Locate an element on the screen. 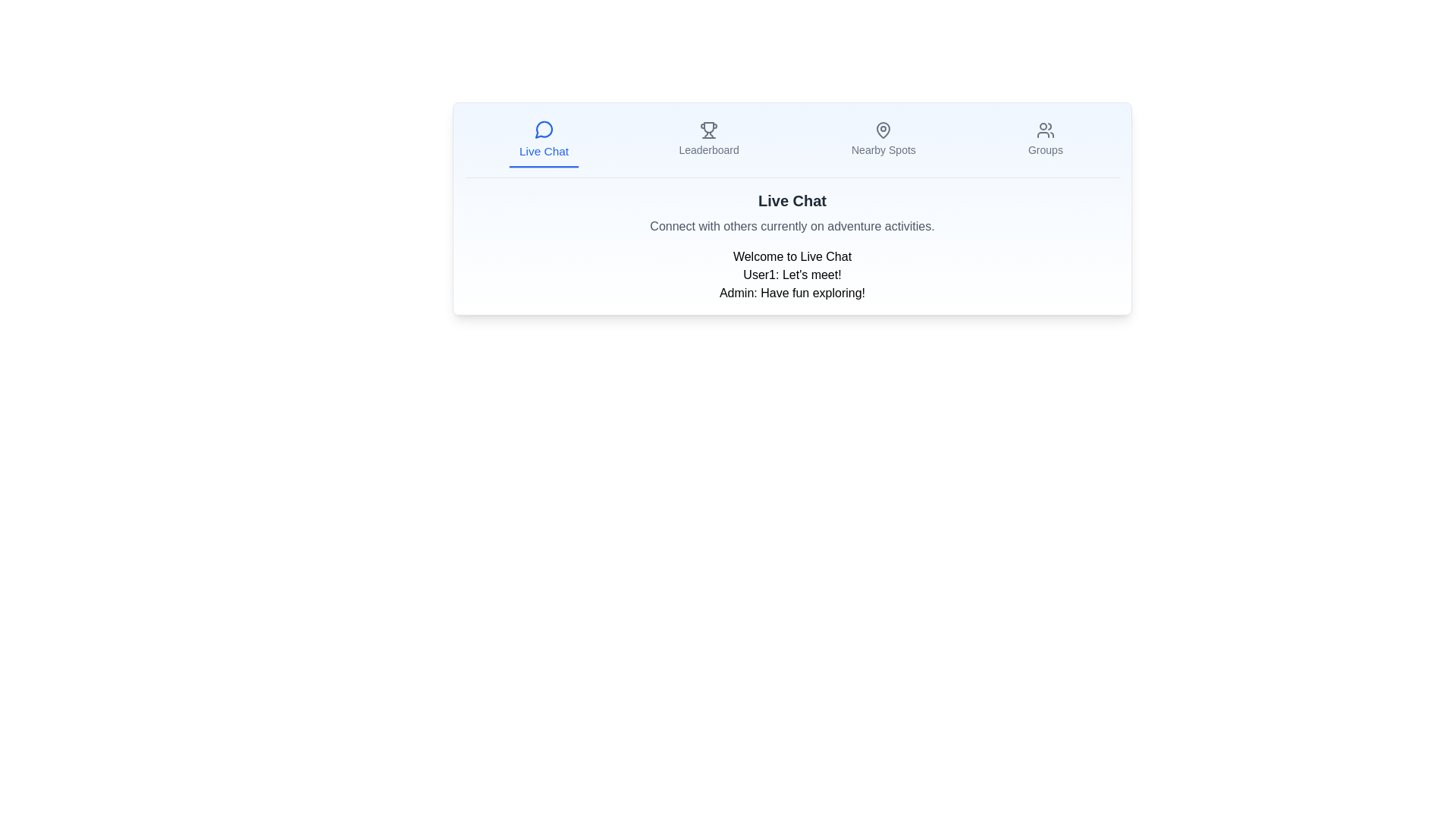 The height and width of the screenshot is (819, 1456). admin's chat message displayed in the chat log, which is the second message below 'User1: Let's meet!' in the 'Live Chat' section is located at coordinates (792, 293).